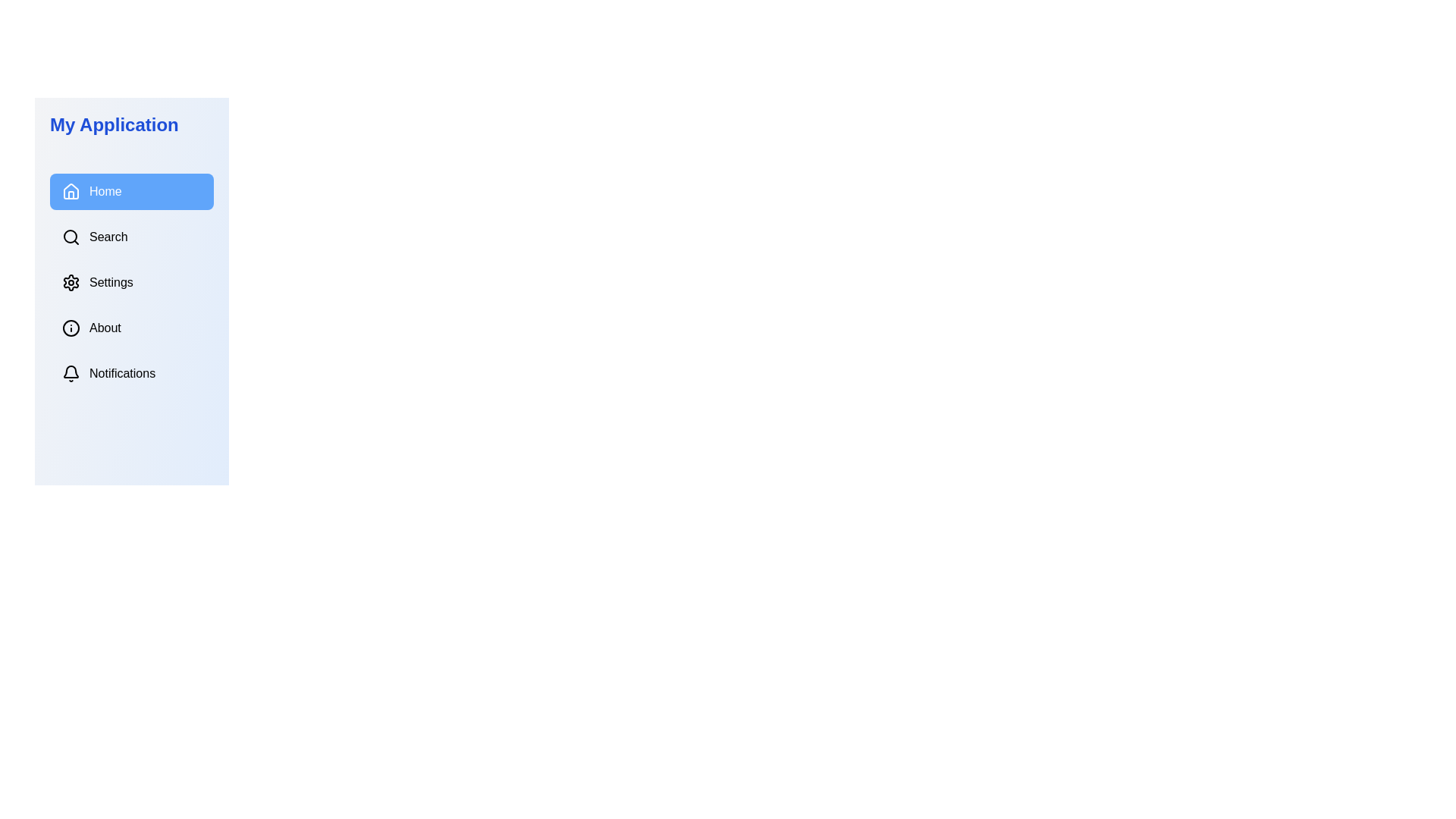 This screenshot has width=1456, height=819. What do you see at coordinates (71, 374) in the screenshot?
I see `the bell icon in the notifications menu item located in the left sidebar, which is the fifth item in the list` at bounding box center [71, 374].